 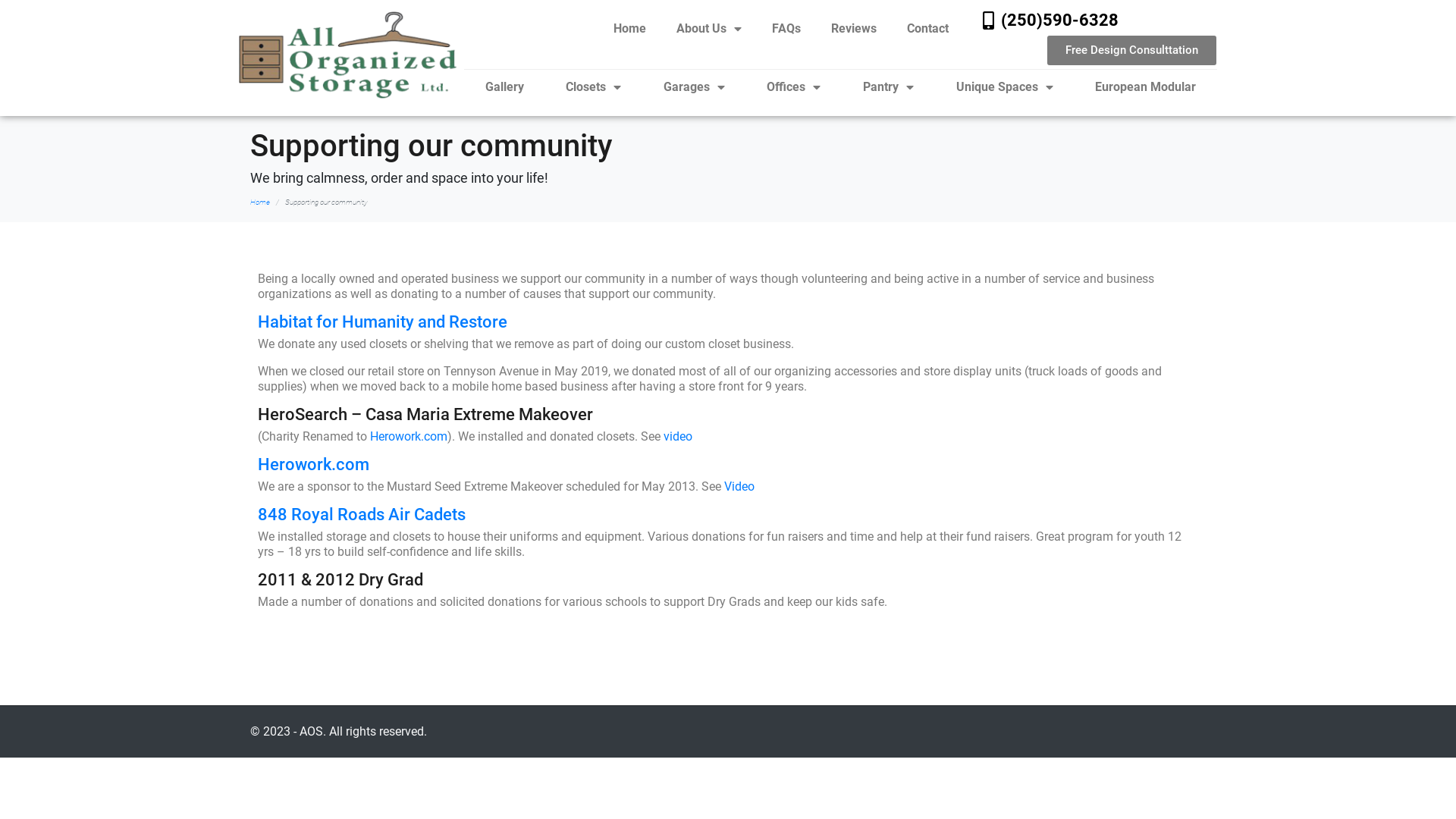 I want to click on 'Herowork.com', so click(x=408, y=436).